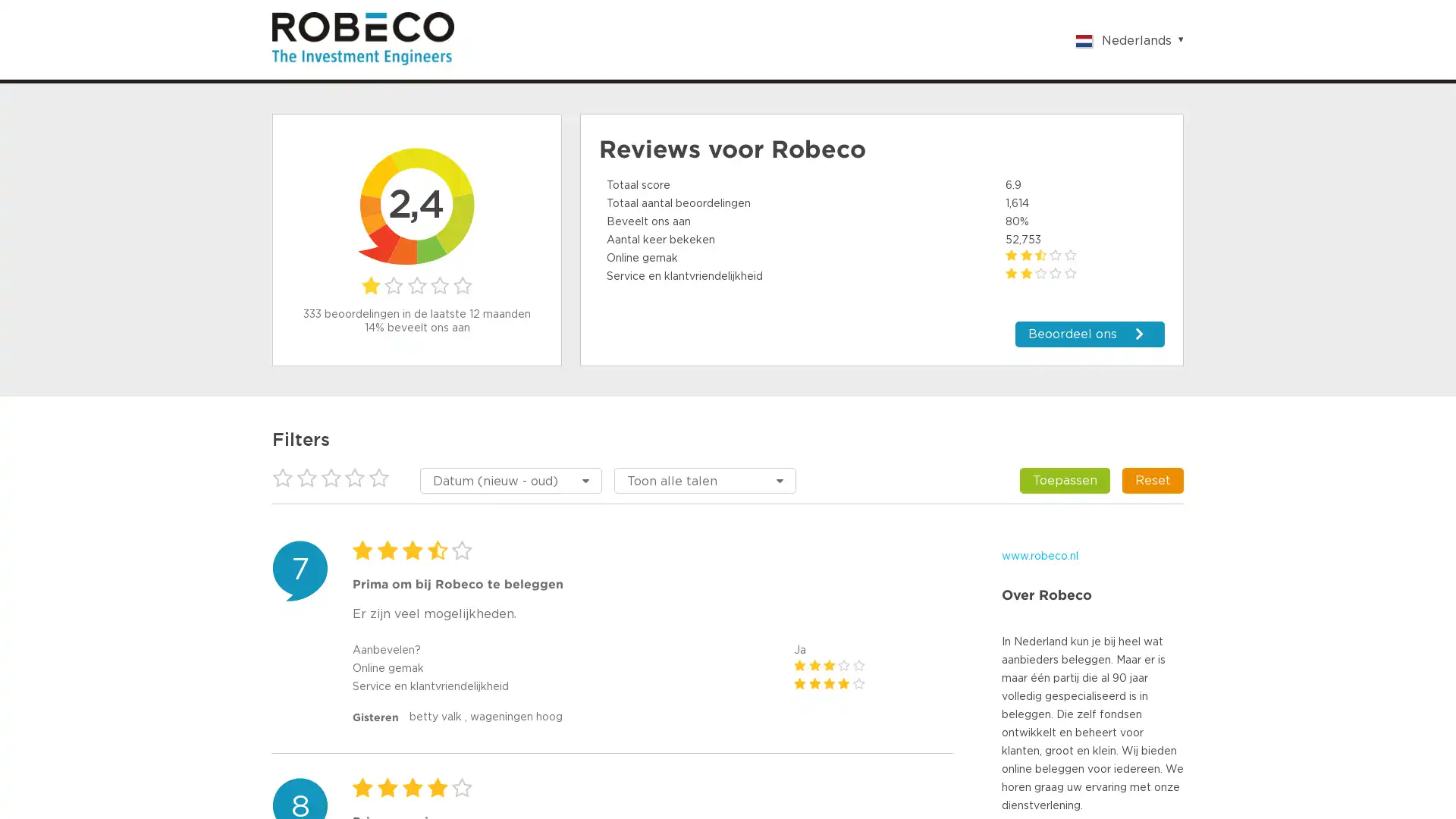  I want to click on Reset, so click(1153, 480).